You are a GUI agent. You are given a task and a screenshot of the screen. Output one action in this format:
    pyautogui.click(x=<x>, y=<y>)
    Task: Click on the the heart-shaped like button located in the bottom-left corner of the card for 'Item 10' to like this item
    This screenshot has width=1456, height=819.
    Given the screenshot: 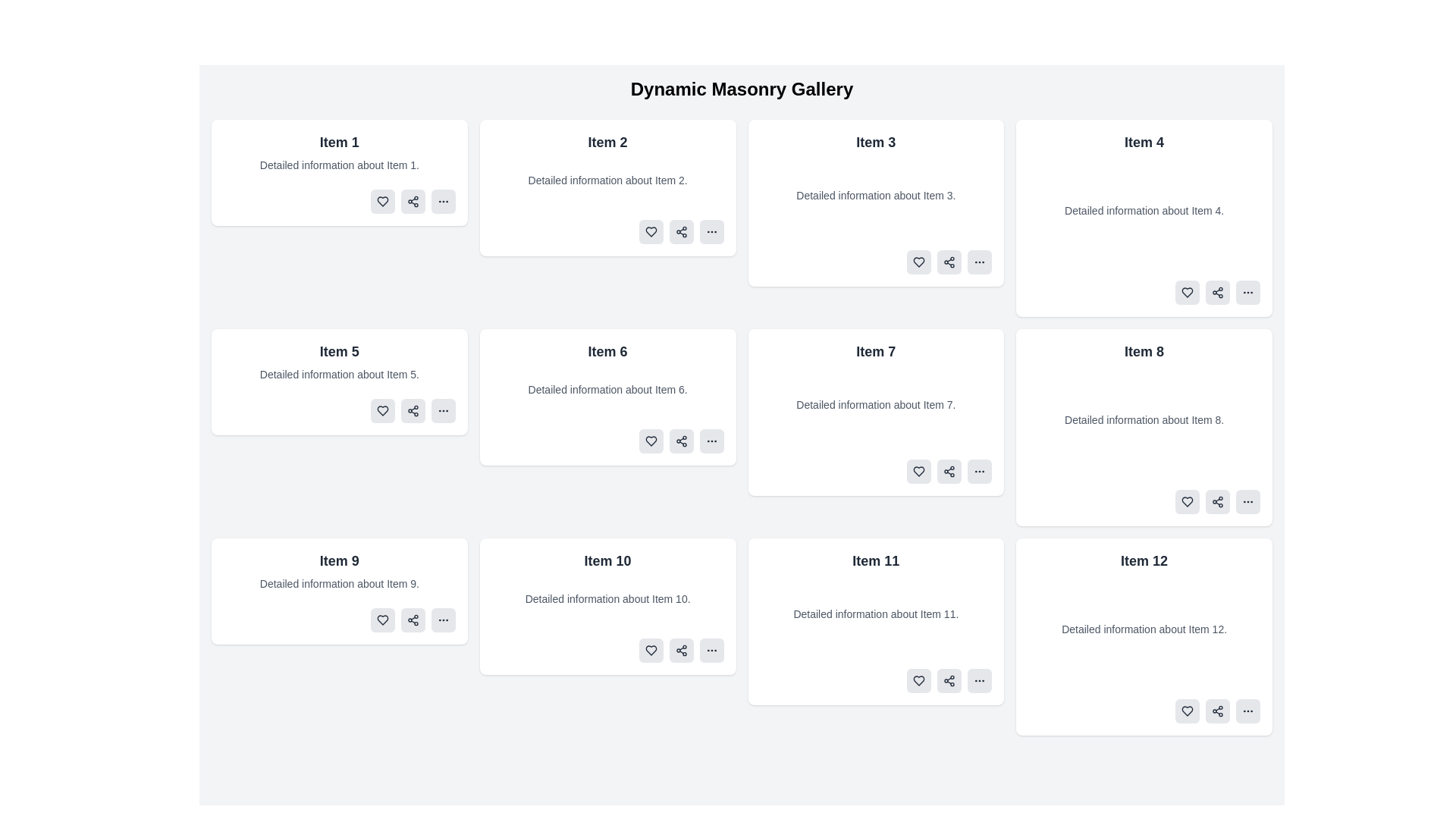 What is the action you would take?
    pyautogui.click(x=651, y=649)
    